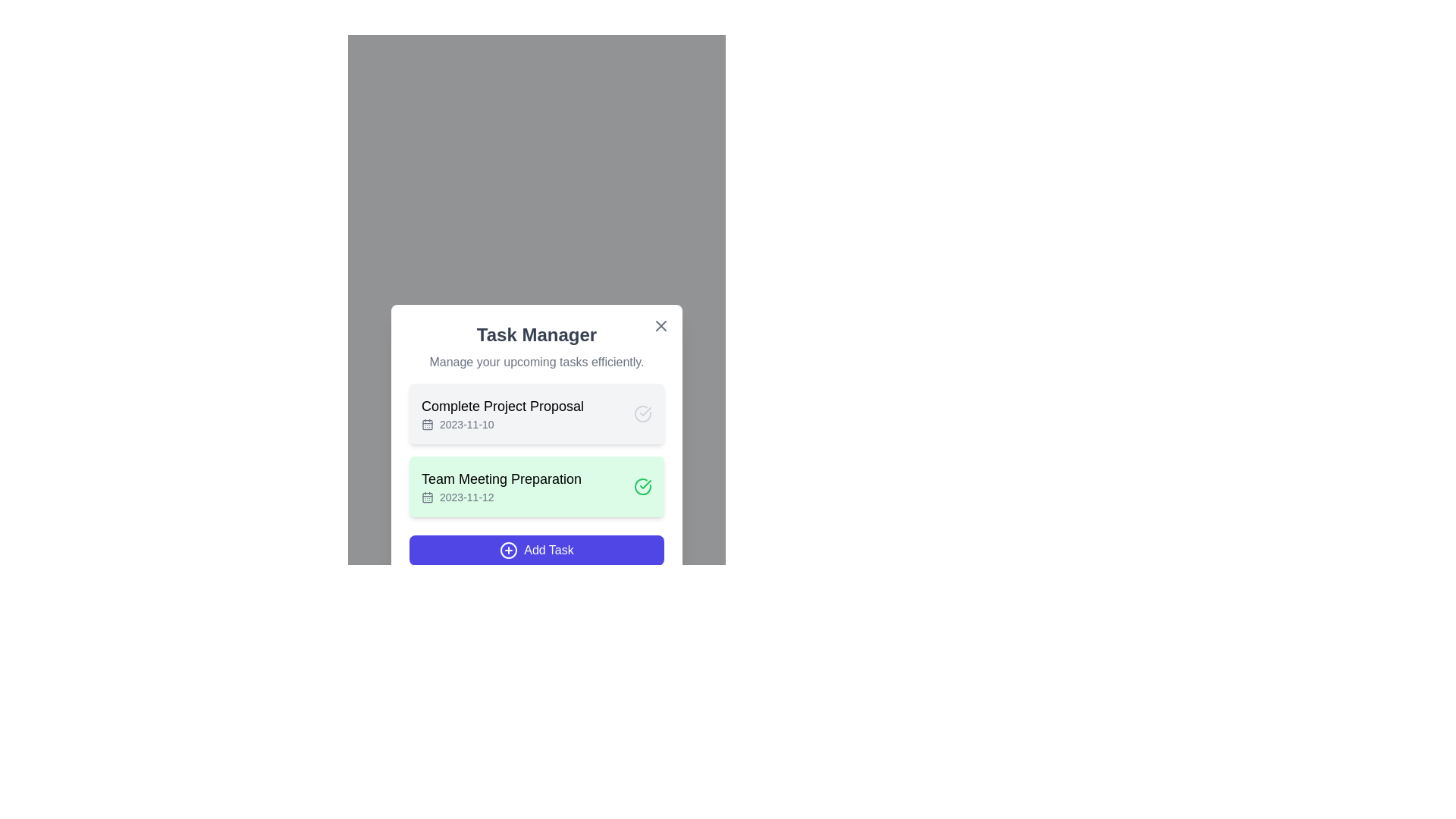 This screenshot has width=1456, height=819. I want to click on the completion status icon for the task 'Team Meeting Preparation' located in the 'Task Manager' dialog box, so click(645, 485).